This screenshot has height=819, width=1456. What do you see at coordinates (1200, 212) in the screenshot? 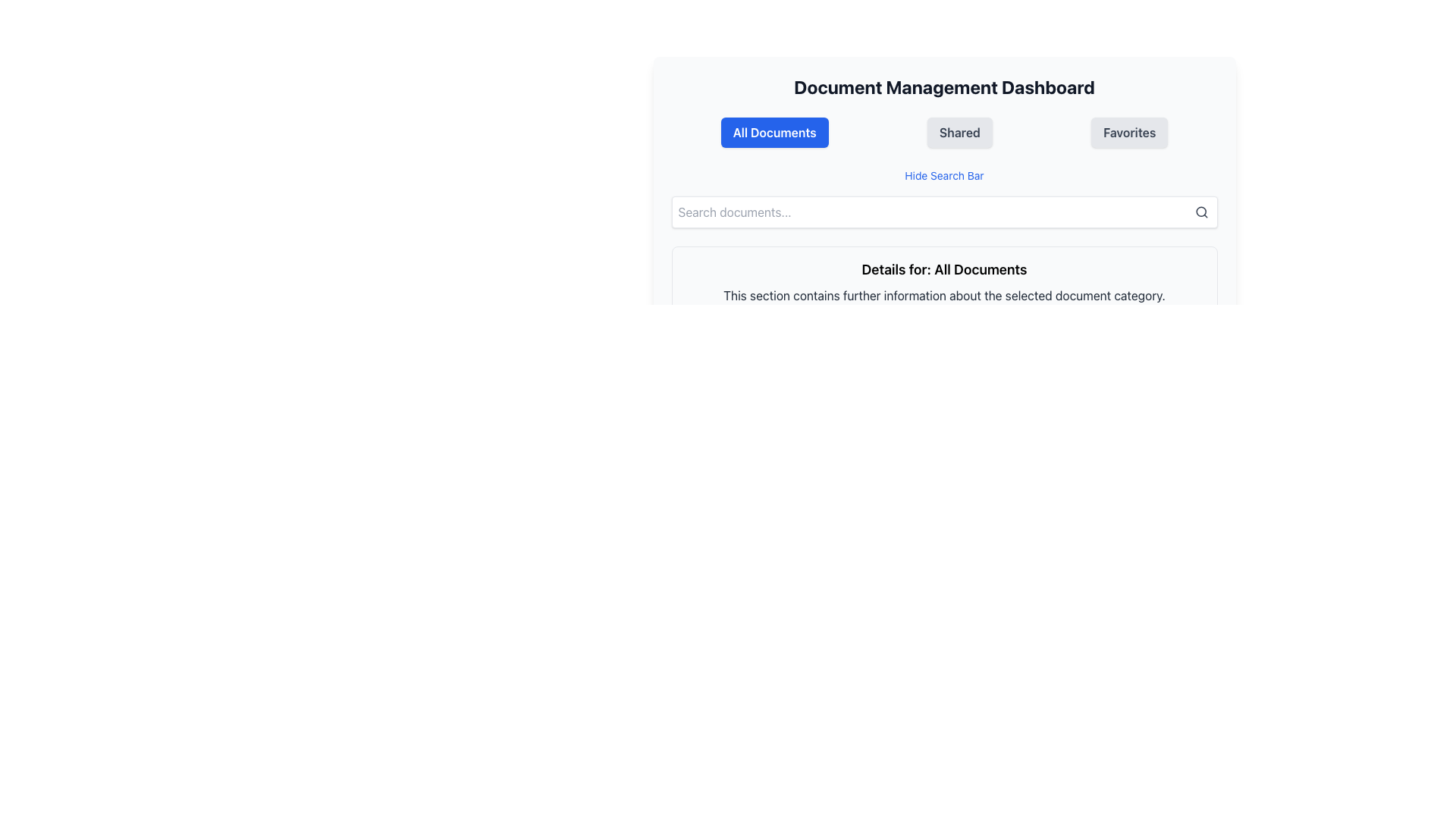
I see `the search icon located at the right edge of the input field` at bounding box center [1200, 212].